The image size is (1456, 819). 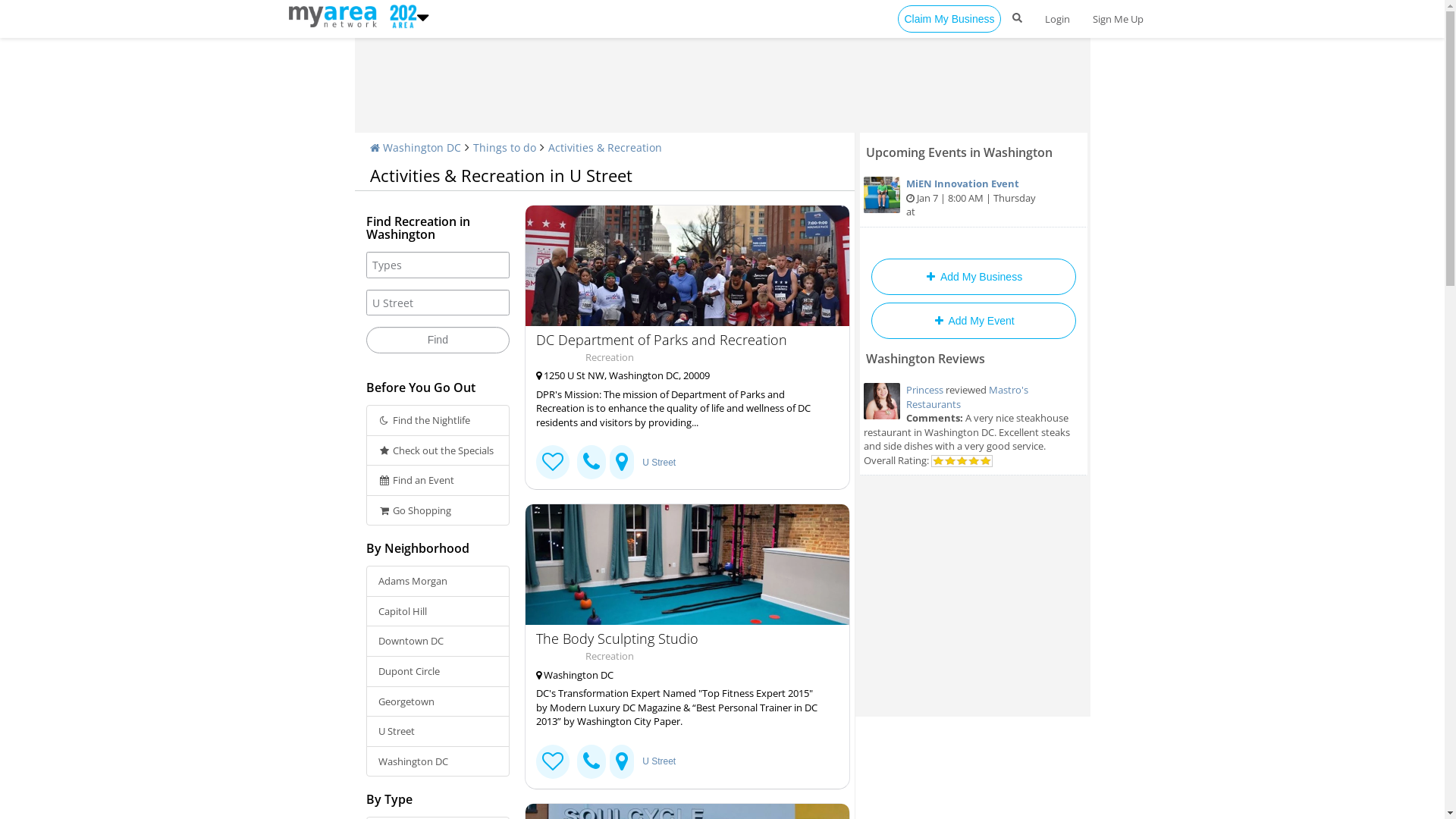 I want to click on 'Princess', so click(x=923, y=388).